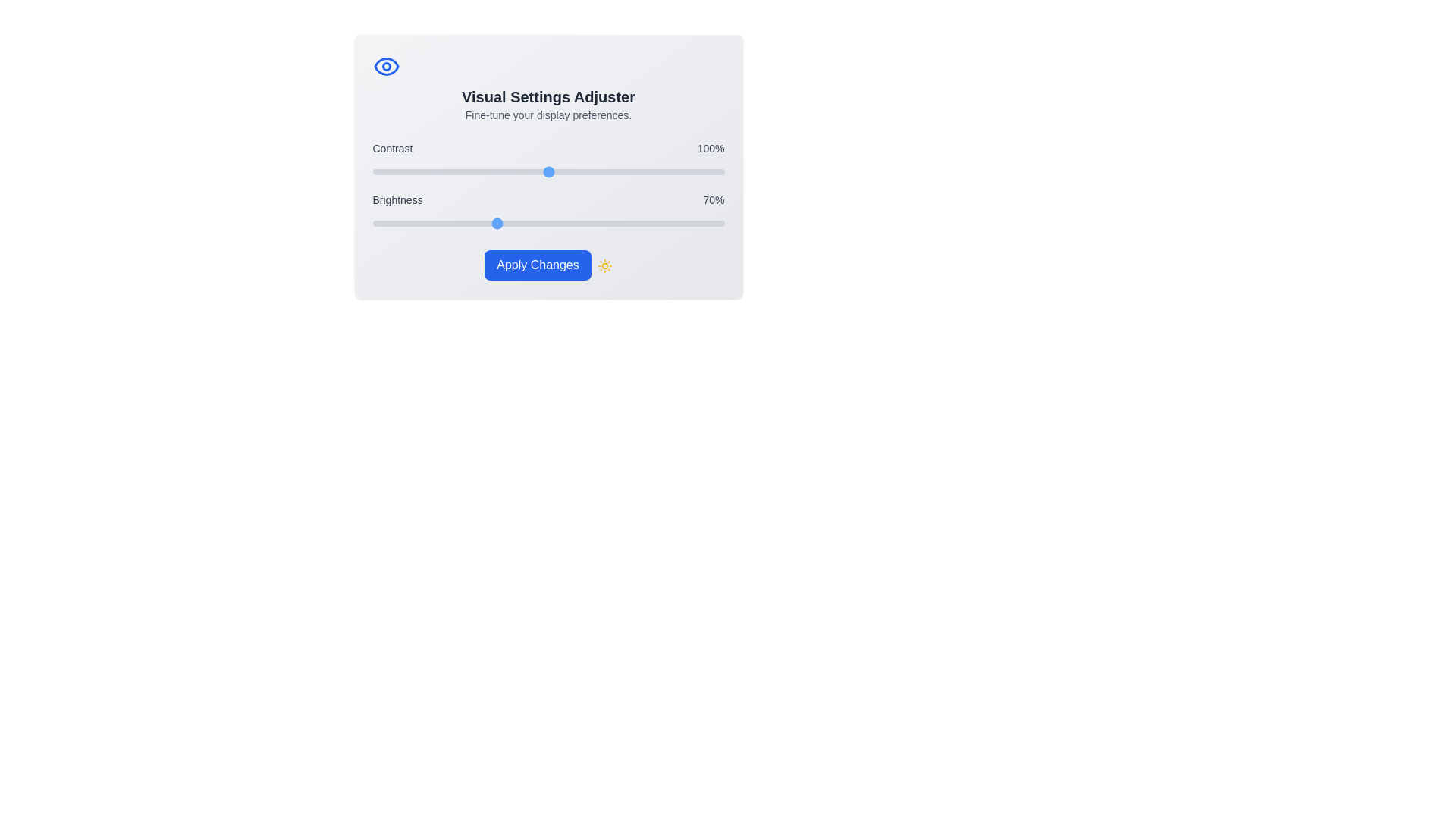 Image resolution: width=1456 pixels, height=819 pixels. I want to click on the brightness slider to 191%, so click(708, 223).